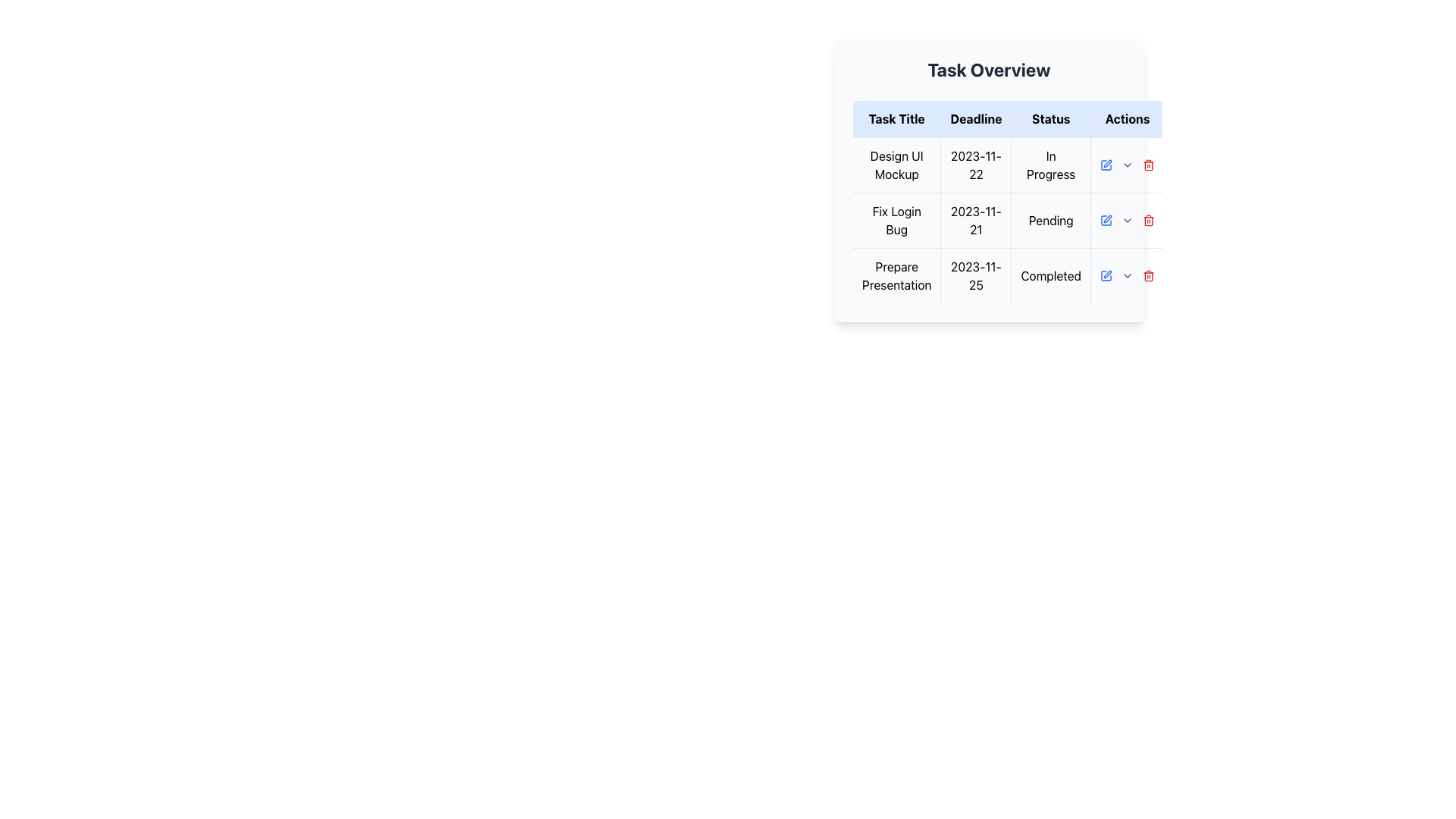 This screenshot has width=1456, height=819. I want to click on the cell in the 'Actions' column of the first row, which contains icons for user actions, to interact with them, so click(1128, 165).